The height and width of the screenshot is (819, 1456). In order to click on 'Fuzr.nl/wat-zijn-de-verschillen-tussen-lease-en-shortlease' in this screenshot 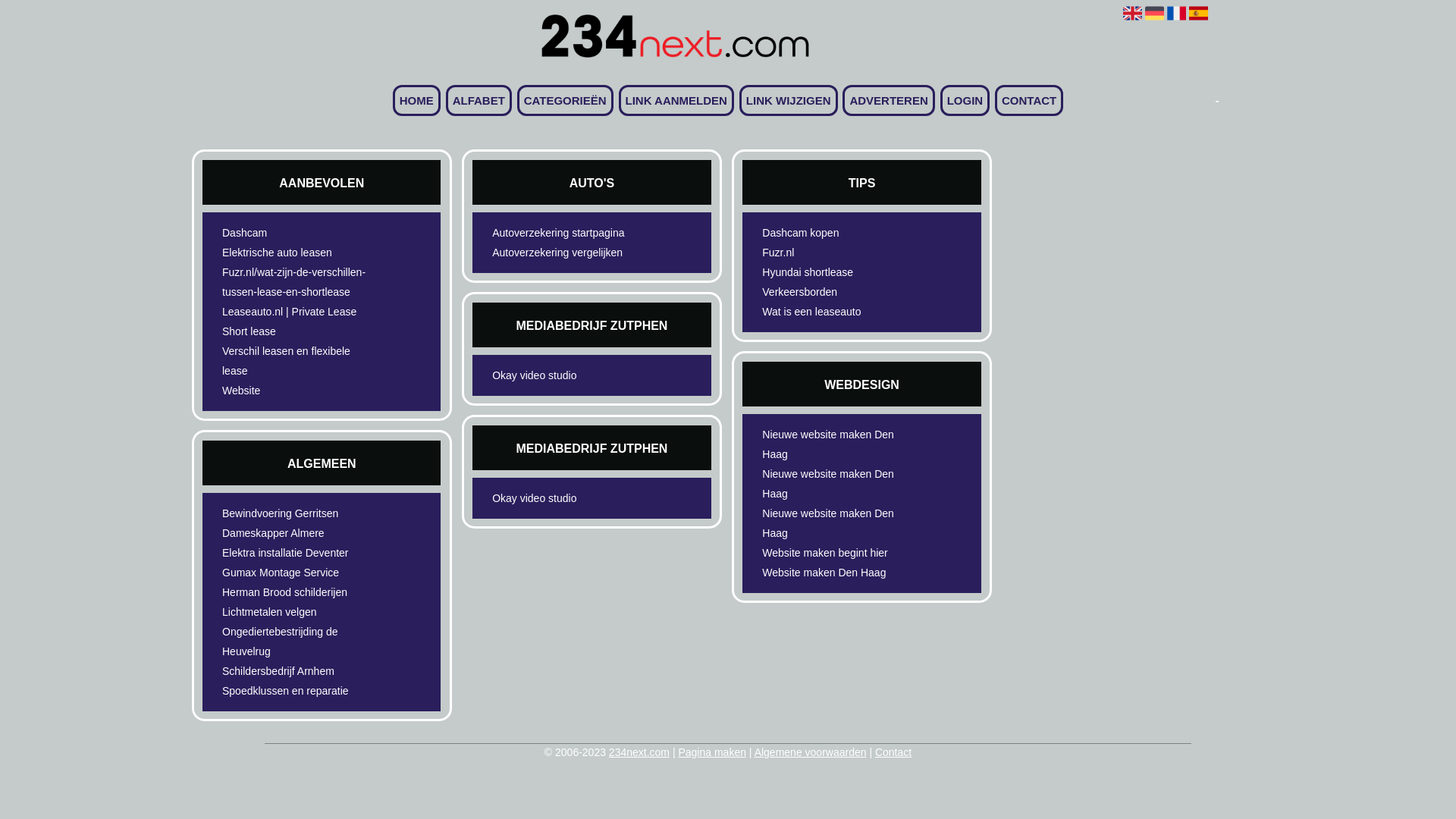, I will do `click(295, 281)`.